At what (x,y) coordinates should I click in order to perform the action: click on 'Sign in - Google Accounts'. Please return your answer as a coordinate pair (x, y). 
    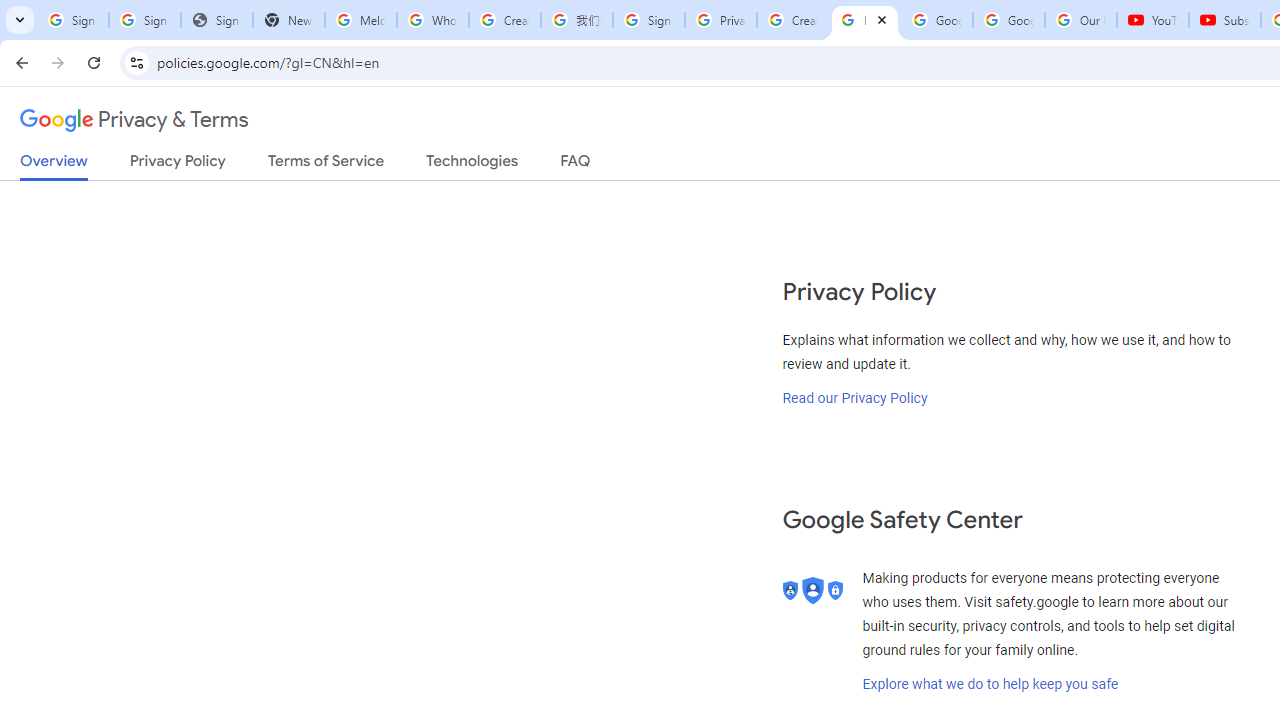
    Looking at the image, I should click on (72, 20).